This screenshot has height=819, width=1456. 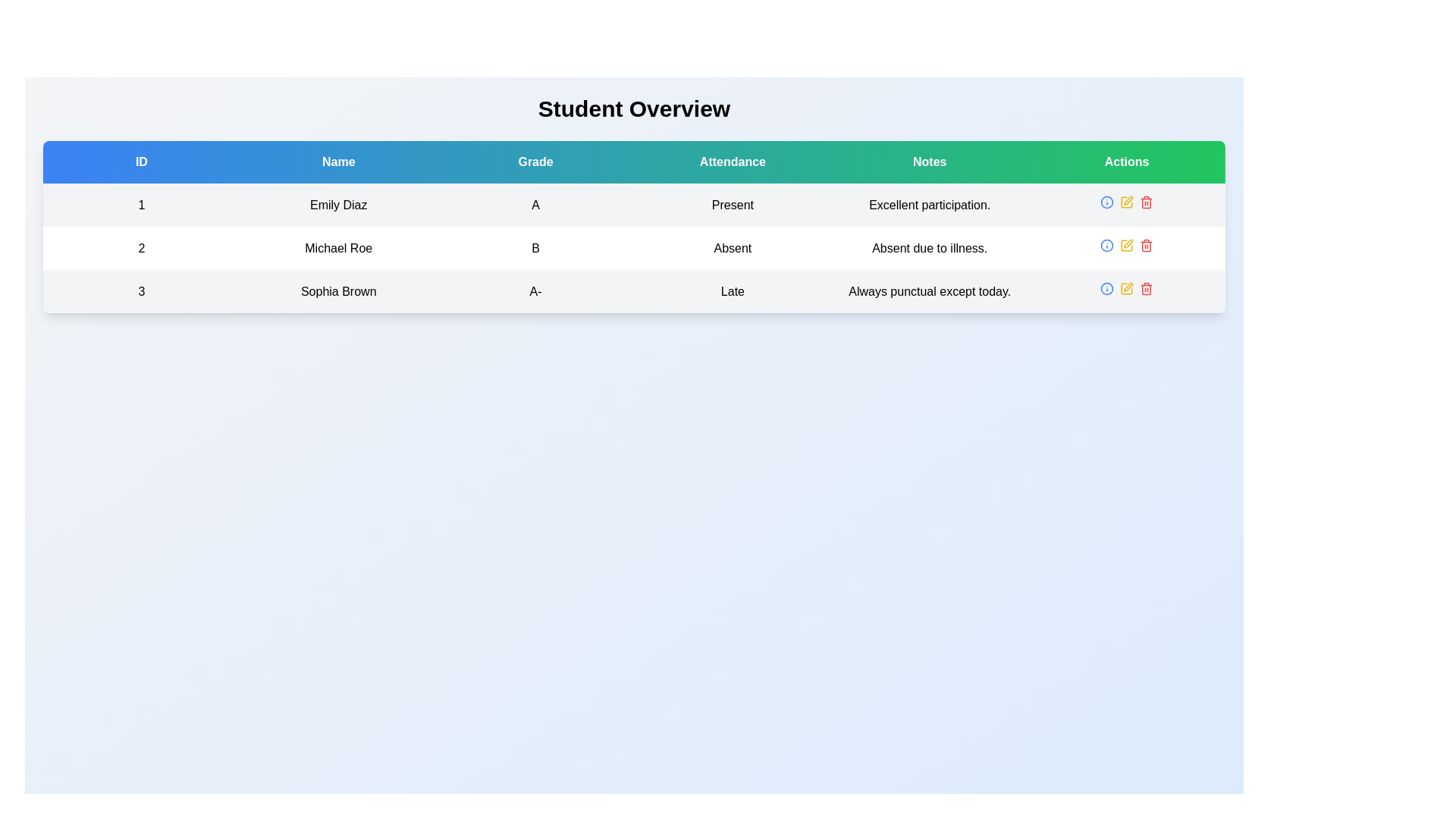 I want to click on the yellow icon button with a pen symbol located in the 'Actions' column for 'Emily Diaz', so click(x=1127, y=201).